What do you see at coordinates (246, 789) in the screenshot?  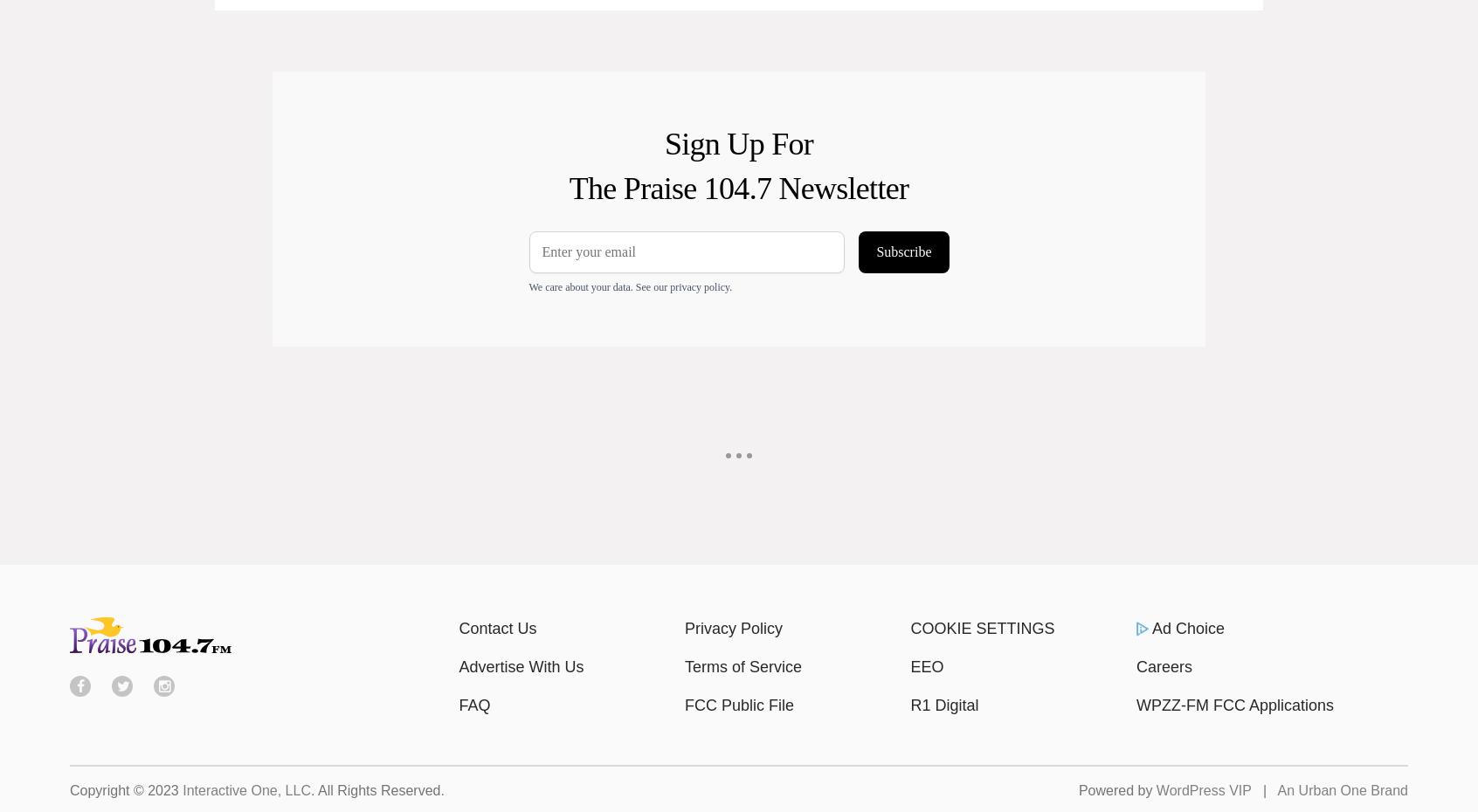 I see `'Interactive One, LLC'` at bounding box center [246, 789].